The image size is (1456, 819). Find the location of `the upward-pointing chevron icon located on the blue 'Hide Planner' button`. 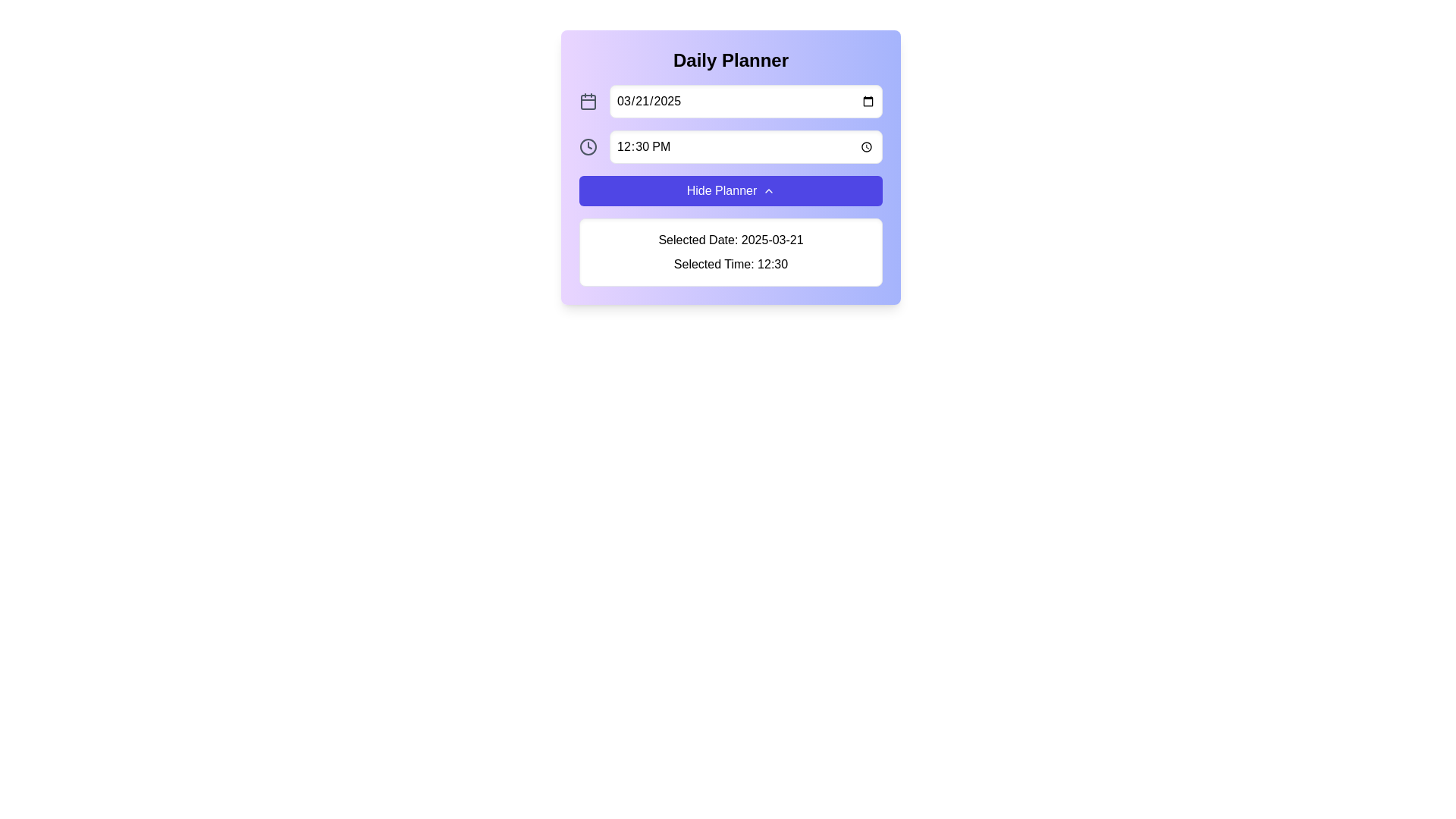

the upward-pointing chevron icon located on the blue 'Hide Planner' button is located at coordinates (769, 190).